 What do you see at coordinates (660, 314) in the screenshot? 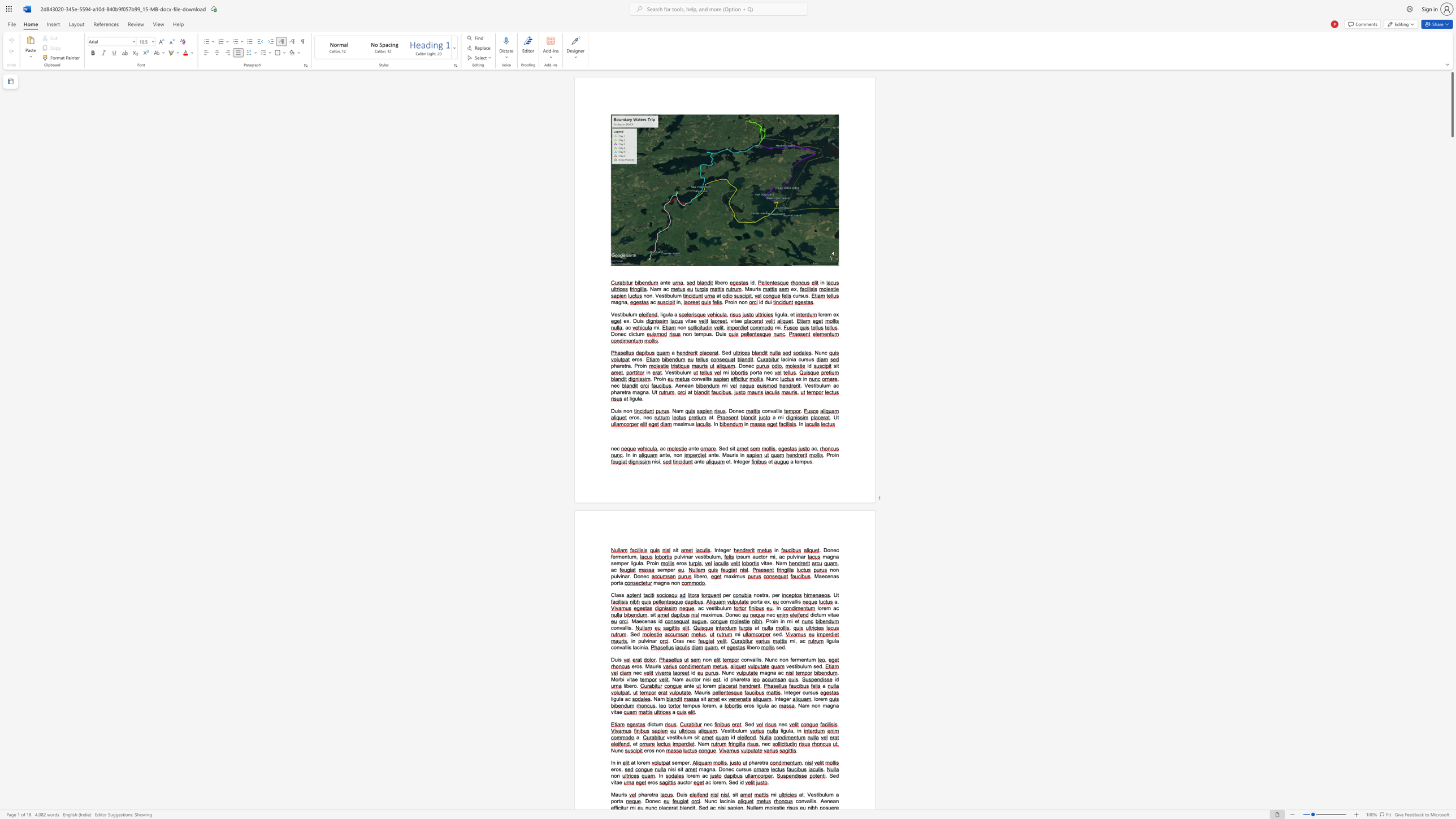
I see `the 1th character "l" in the text` at bounding box center [660, 314].